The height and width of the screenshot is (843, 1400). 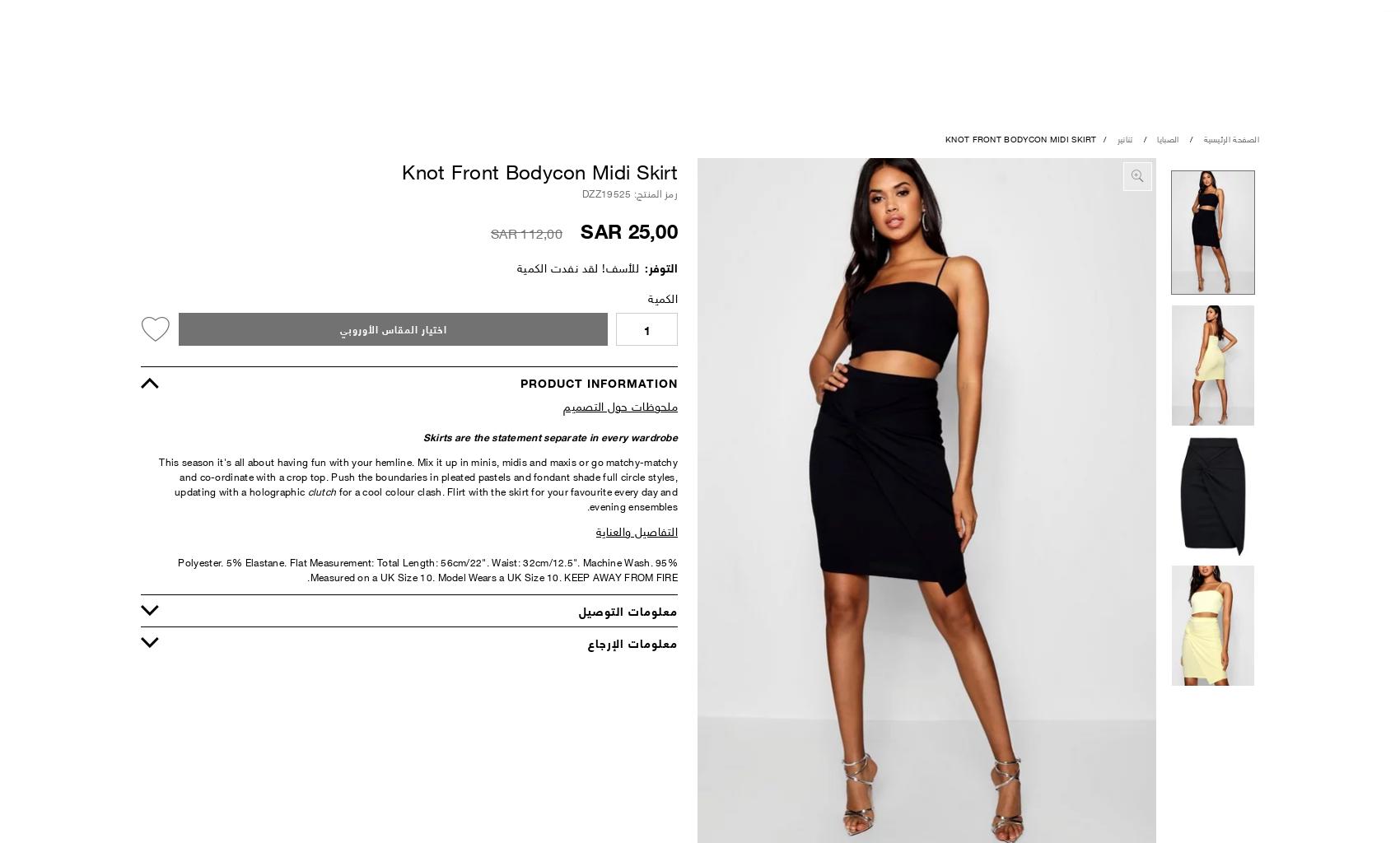 I want to click on 'مقاس 38', so click(x=623, y=257).